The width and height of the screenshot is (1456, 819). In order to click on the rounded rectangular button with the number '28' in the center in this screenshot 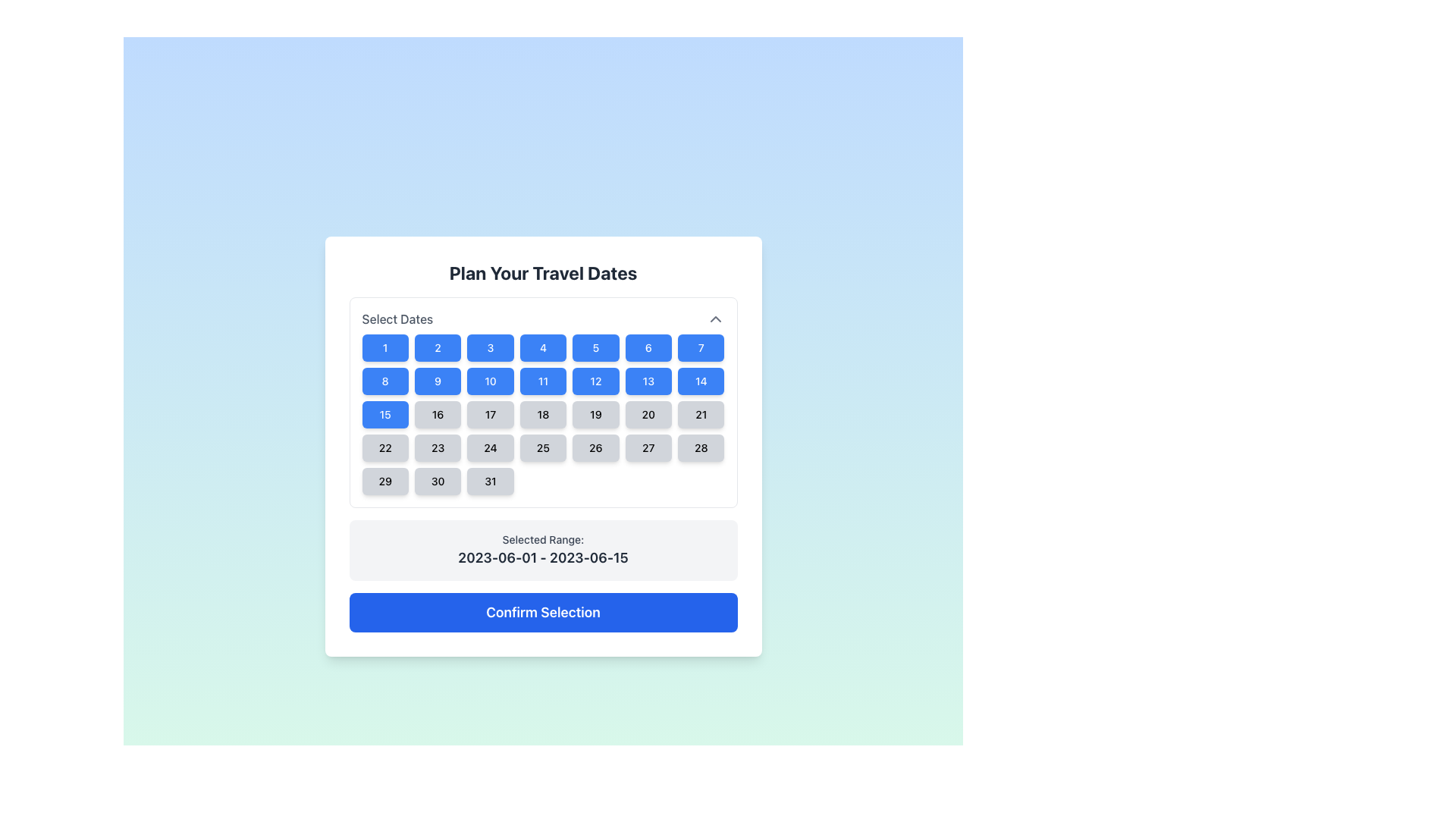, I will do `click(700, 447)`.